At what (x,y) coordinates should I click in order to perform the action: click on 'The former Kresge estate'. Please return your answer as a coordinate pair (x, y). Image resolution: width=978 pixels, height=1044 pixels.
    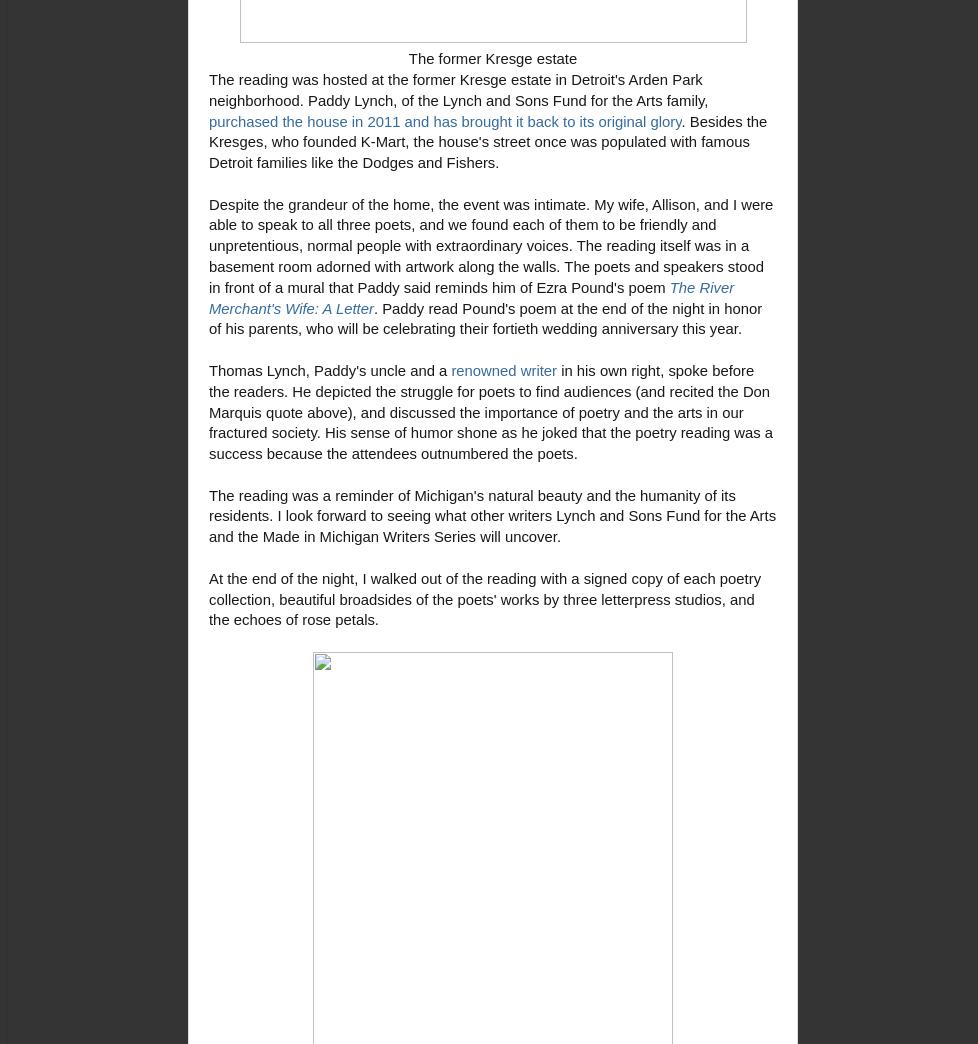
    Looking at the image, I should click on (492, 57).